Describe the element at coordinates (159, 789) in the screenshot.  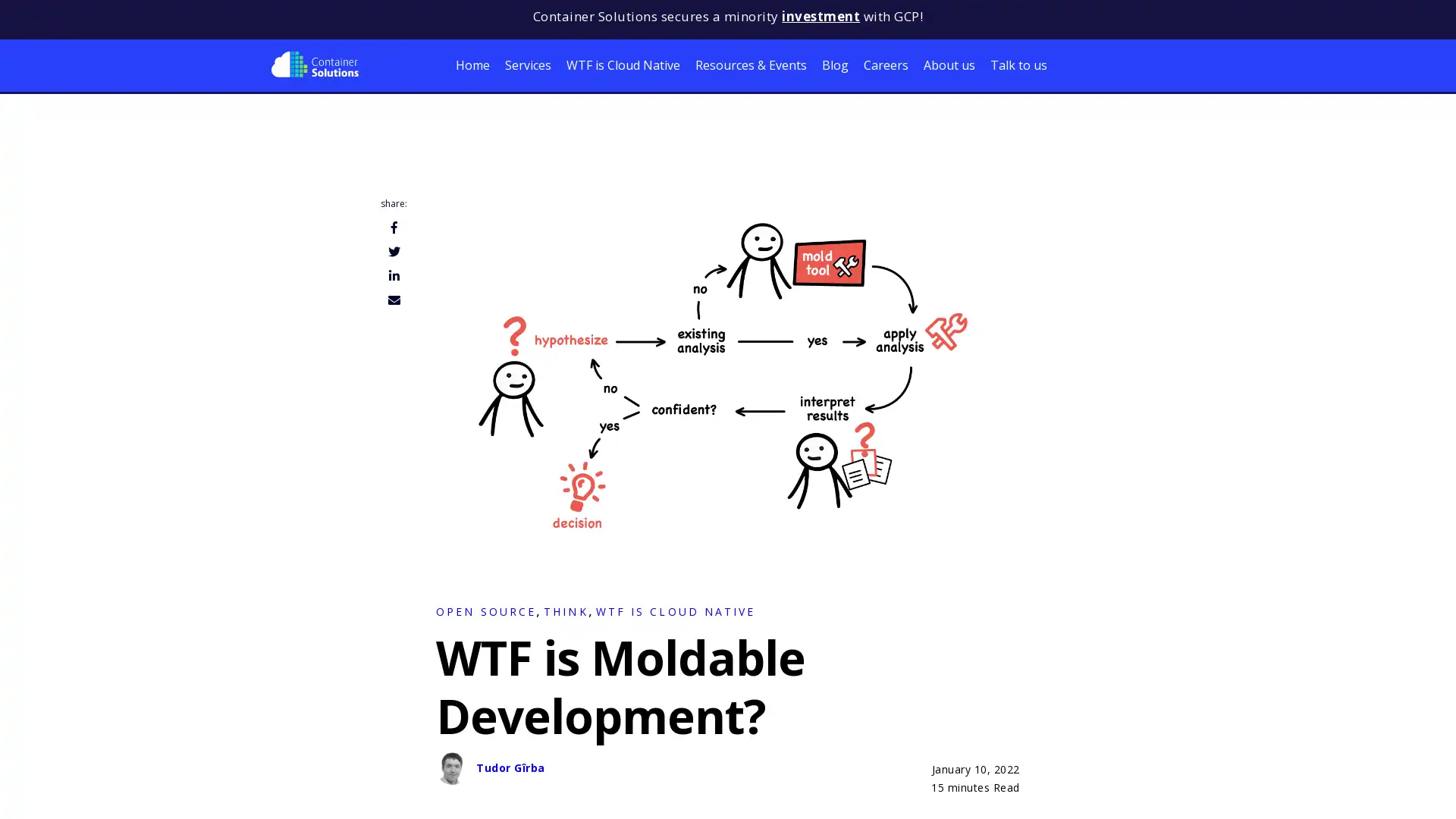
I see `Subscribe now` at that location.